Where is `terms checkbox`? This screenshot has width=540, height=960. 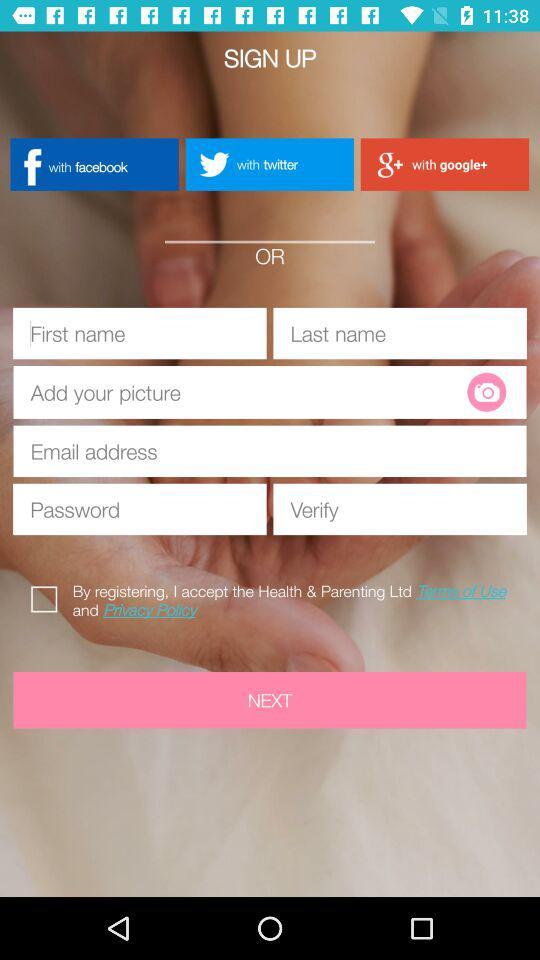
terms checkbox is located at coordinates (48, 596).